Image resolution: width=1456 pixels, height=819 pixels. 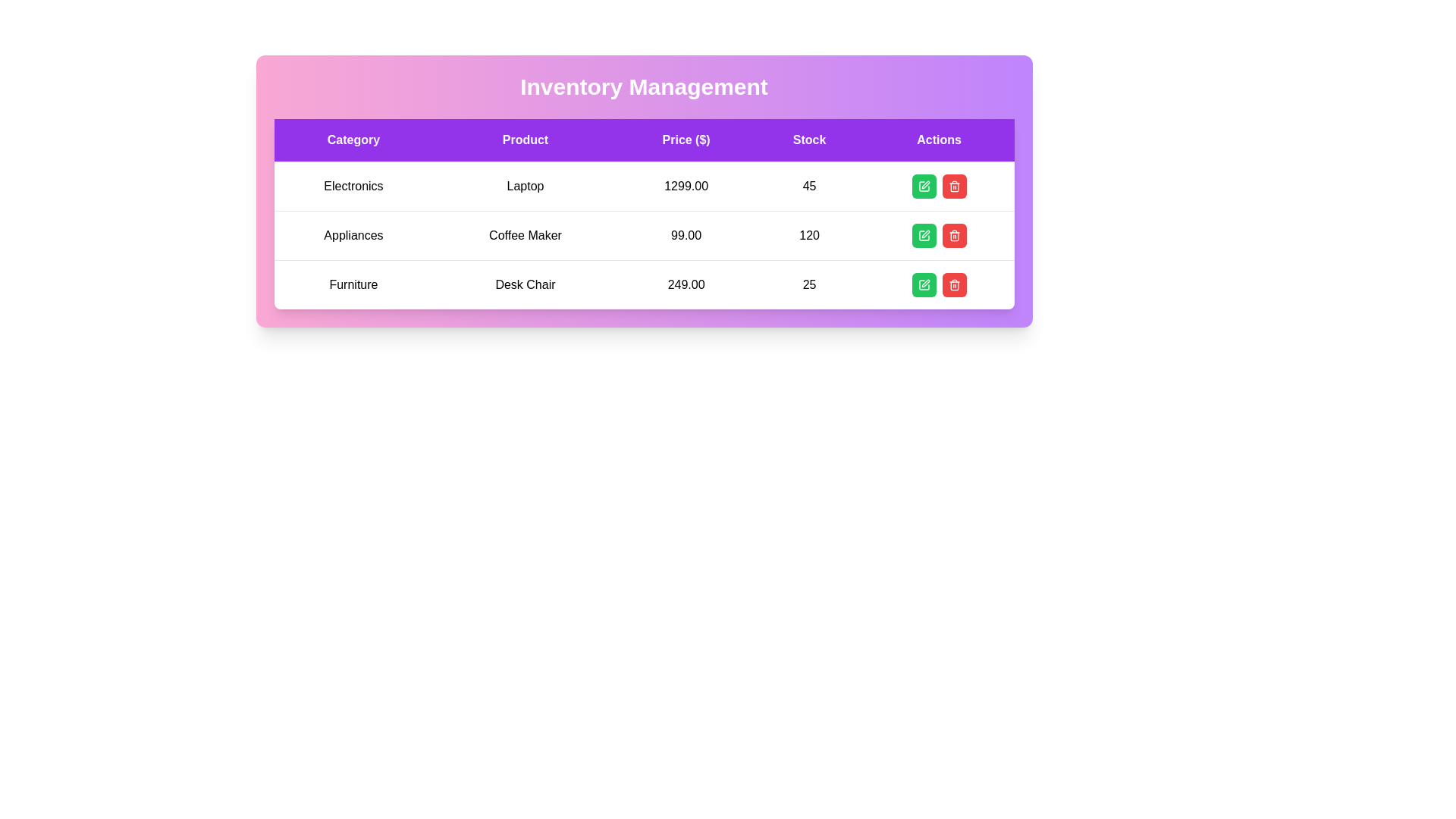 What do you see at coordinates (923, 186) in the screenshot?
I see `the green edit button with a white pen icon located in the 'Actions' column of the first row in the table` at bounding box center [923, 186].